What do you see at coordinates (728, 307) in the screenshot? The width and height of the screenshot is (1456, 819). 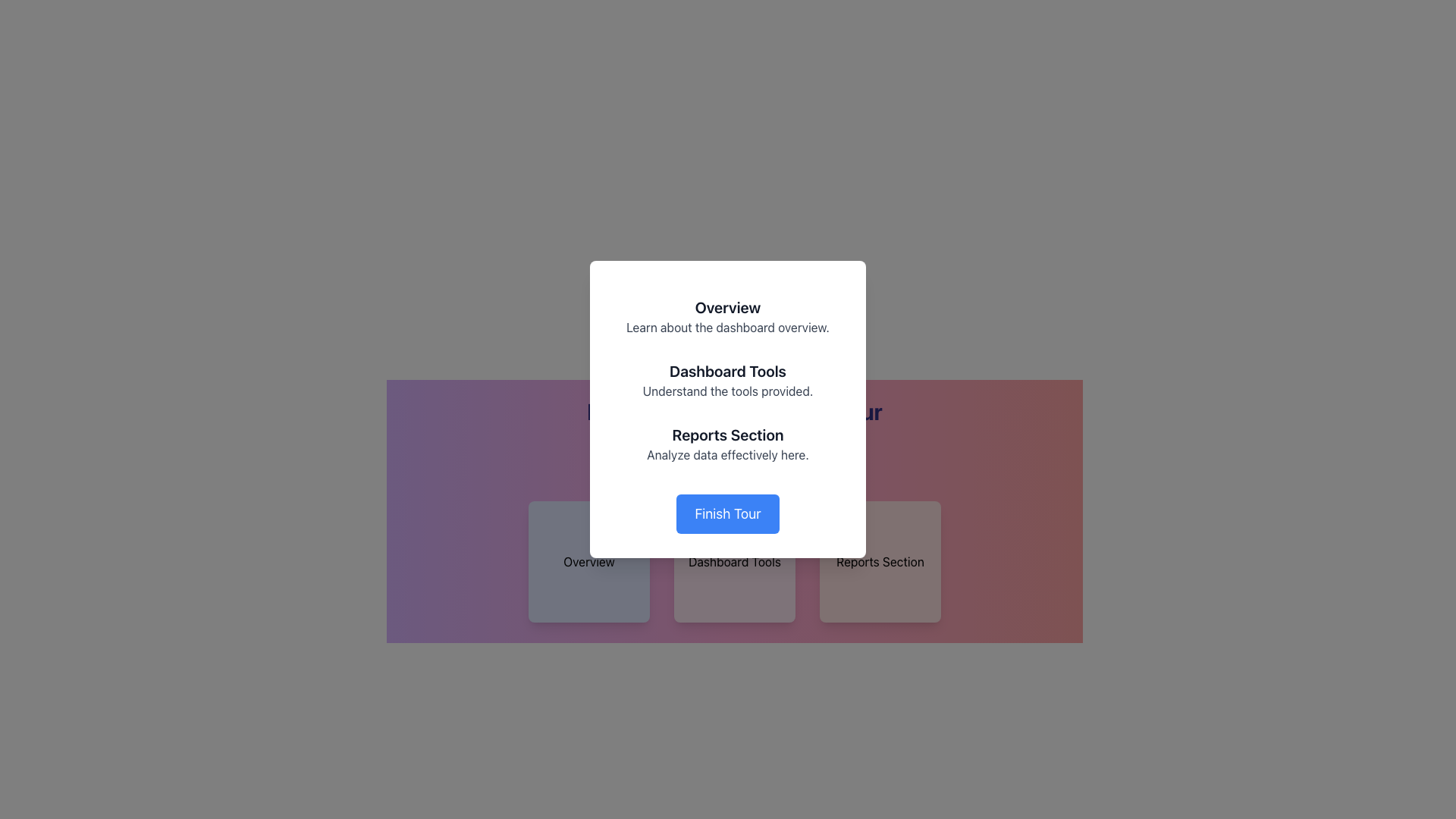 I see `the 'Overview' text label, which is bold and prominently displayed at the top of its section in a white rectangular information box` at bounding box center [728, 307].